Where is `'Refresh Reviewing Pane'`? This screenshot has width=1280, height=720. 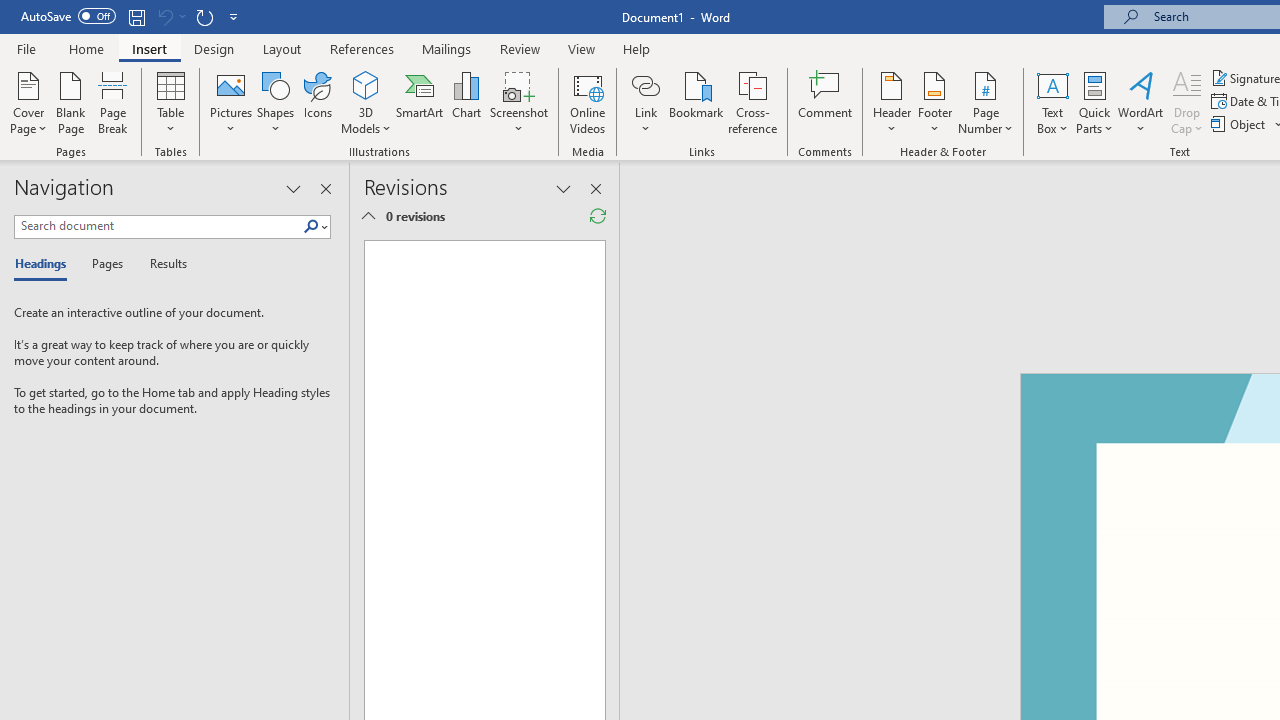
'Refresh Reviewing Pane' is located at coordinates (596, 216).